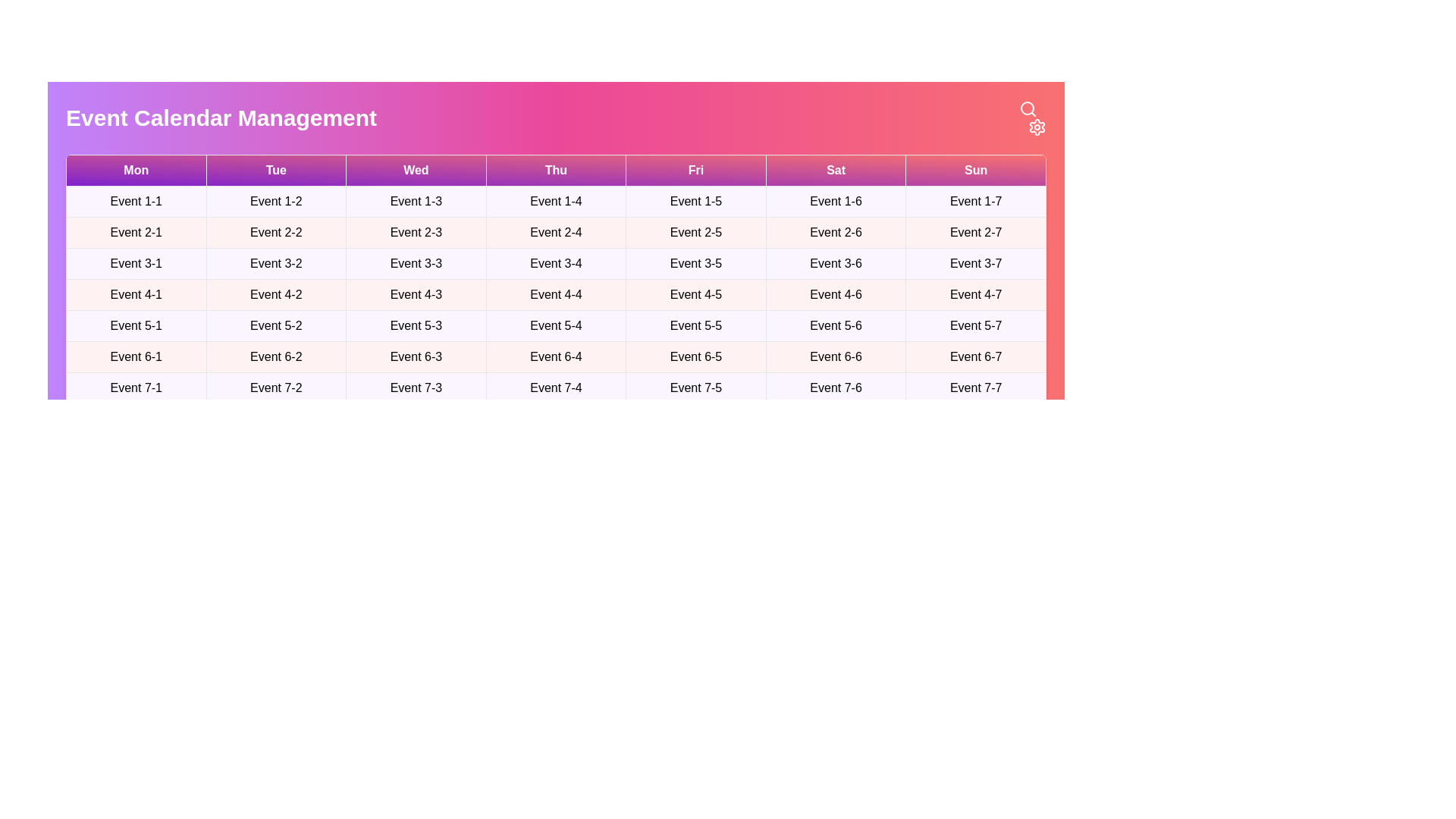 The height and width of the screenshot is (819, 1456). Describe the element at coordinates (416, 170) in the screenshot. I see `the table header corresponding to Wed` at that location.